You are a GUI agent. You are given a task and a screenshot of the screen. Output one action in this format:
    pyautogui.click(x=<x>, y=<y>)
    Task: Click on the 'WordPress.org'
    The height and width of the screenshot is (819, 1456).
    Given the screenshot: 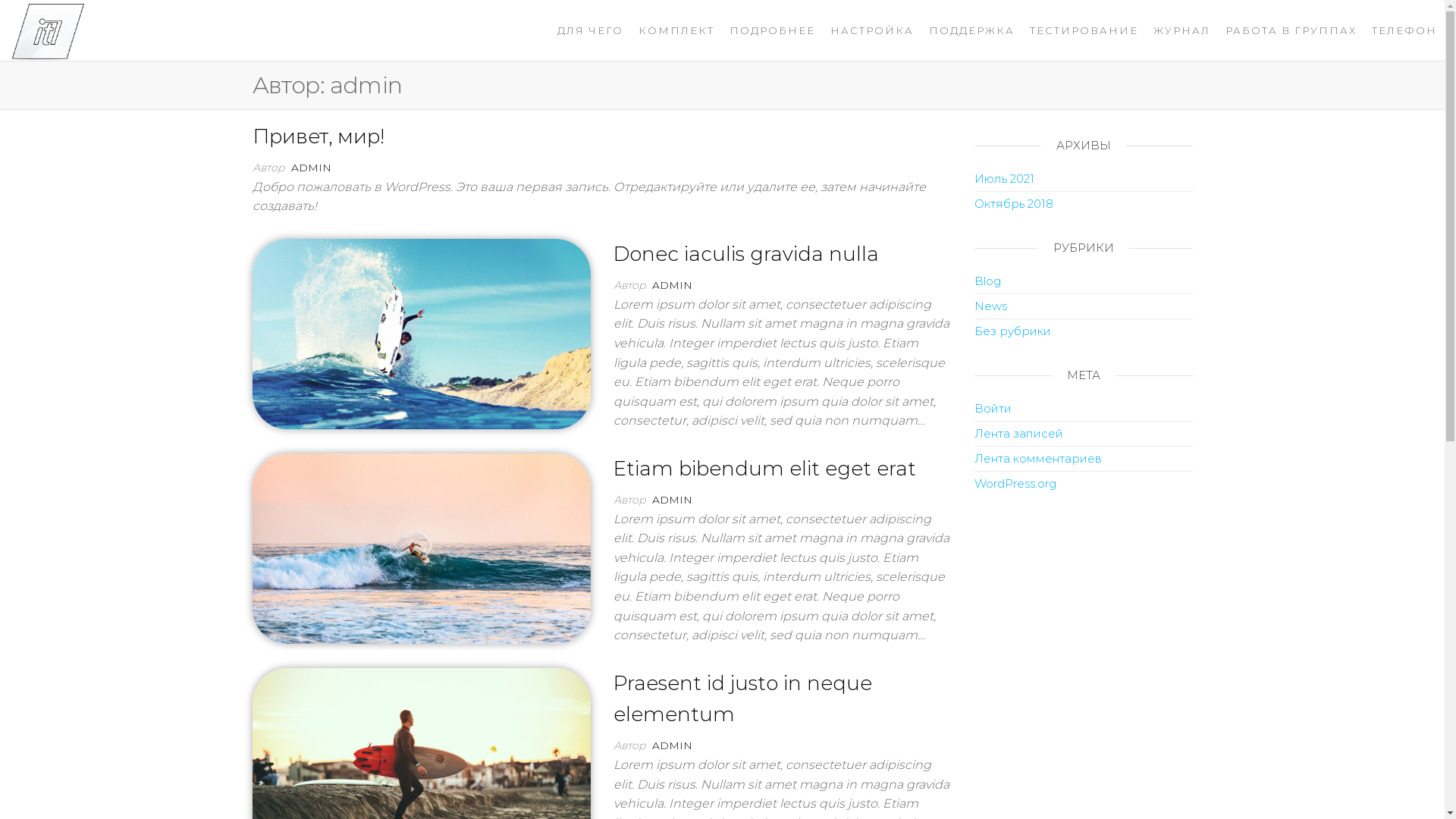 What is the action you would take?
    pyautogui.click(x=1015, y=483)
    